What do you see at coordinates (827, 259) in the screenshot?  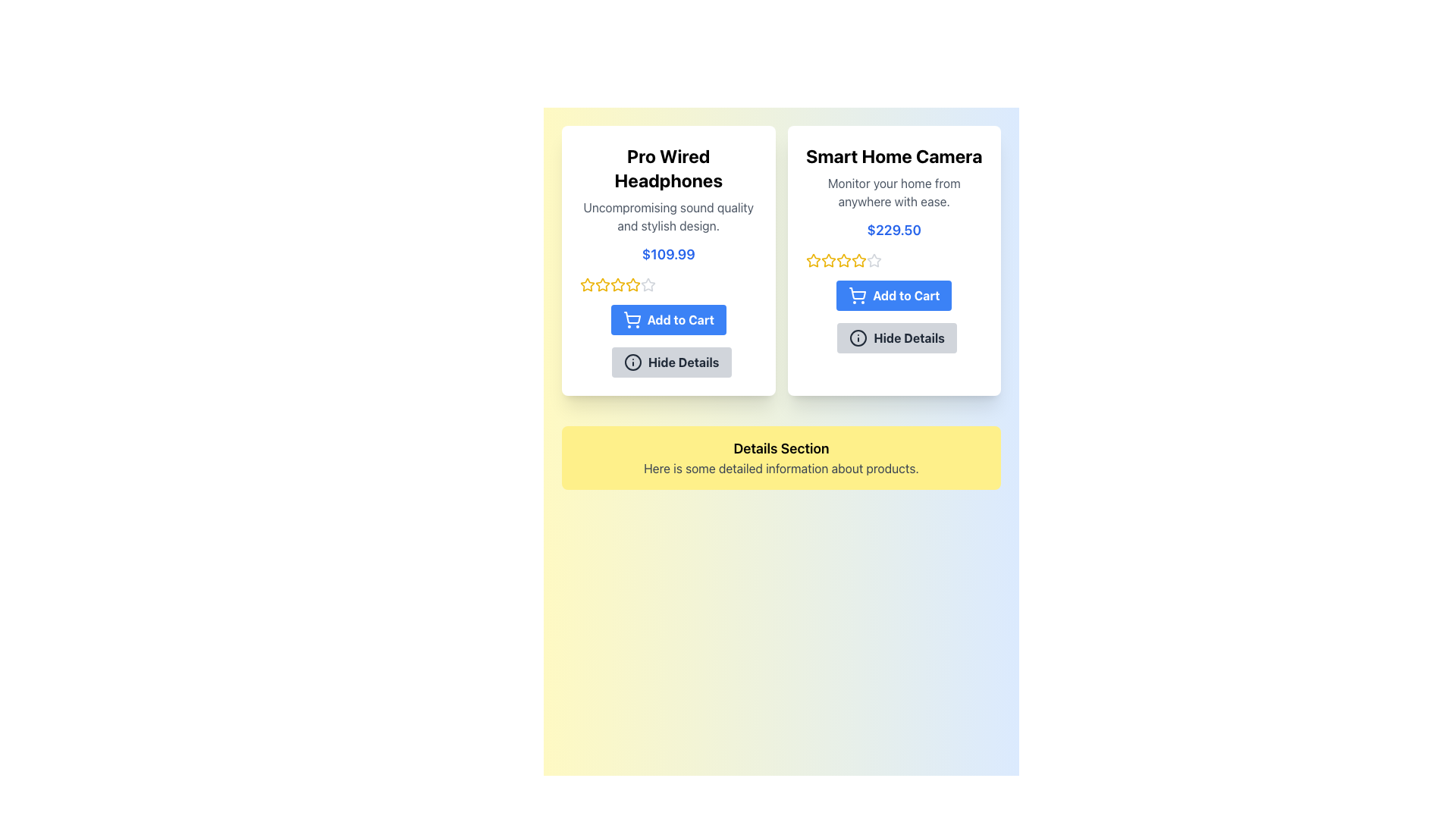 I see `the second star in the five-star rating system below the '$229.50' price for the 'Smart Home Camera' product` at bounding box center [827, 259].